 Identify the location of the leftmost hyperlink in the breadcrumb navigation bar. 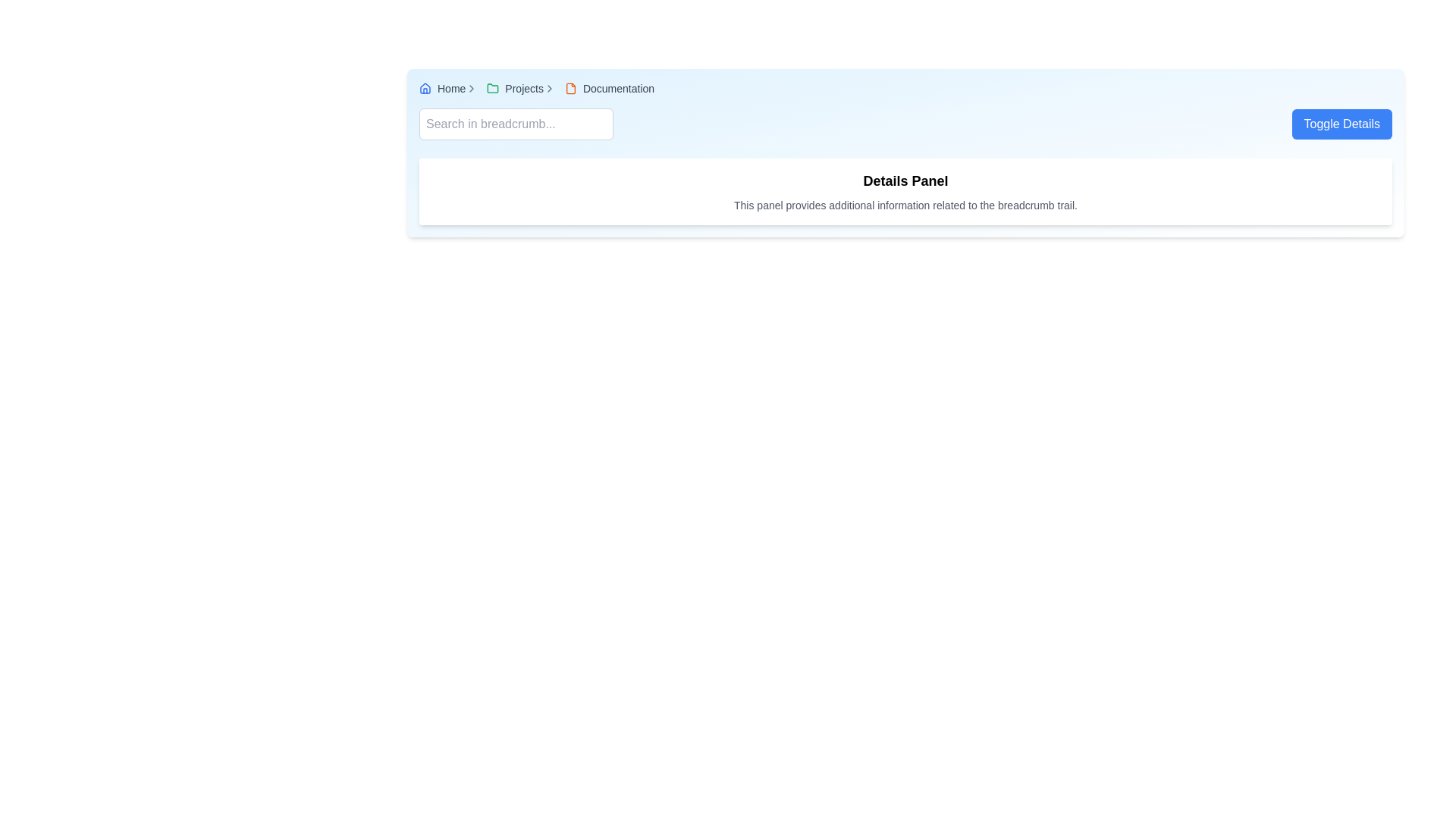
(447, 88).